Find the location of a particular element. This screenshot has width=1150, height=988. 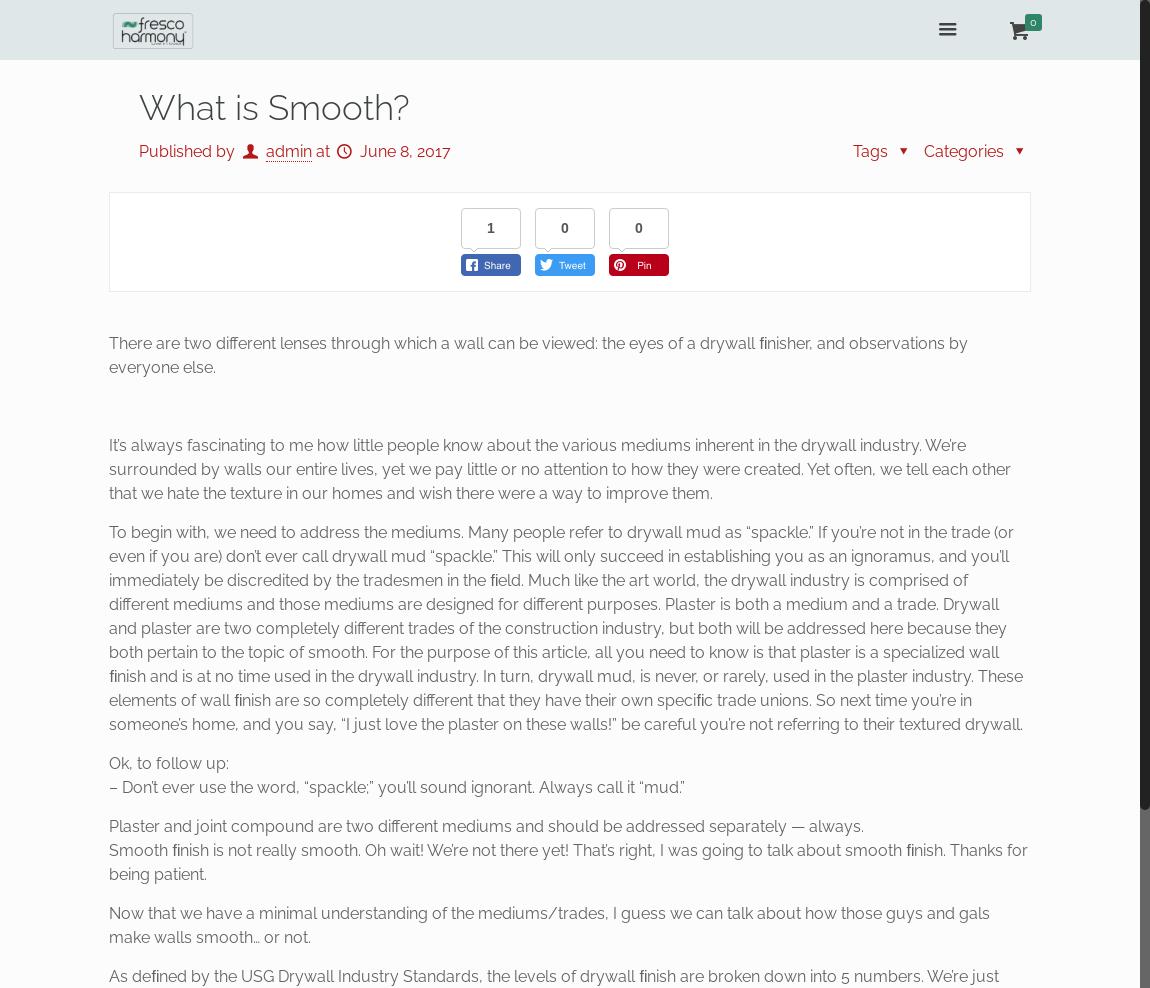

'To begin with, we need to address the mediums. Many people refer to drywall mud as “spackle.” If you’re not in the trade (or even if you are) don’t ever call drywall mud “spackle.” This will only succeed in establishing you as an ignoramus, and you’ll immediately be discredited by the tradesmen in the ﬁeld. Much like the art world, the drywall industry is comprised of different mediums and those mediums are designed for different purposes. Plaster is both a medium and a trade. Drywall and plaster are two completely different trades of the construction industry, but both will be addressed here because they both pertain to the topic of smooth. For the purpose of this article, all you need to know is that plaster is a specialized wall ﬁnish and is at no time used in the drywall industry. In turn, drywall mud, is never, or rarely, used in the plaster industry. These elements of wall ﬁnish are so completely different that they have their own speciﬁc trade unions. So next time you’re in someone’s home, and you say, “I just love the plaster on these walls!” be careful you’re not referring to their textured drywall.' is located at coordinates (566, 627).